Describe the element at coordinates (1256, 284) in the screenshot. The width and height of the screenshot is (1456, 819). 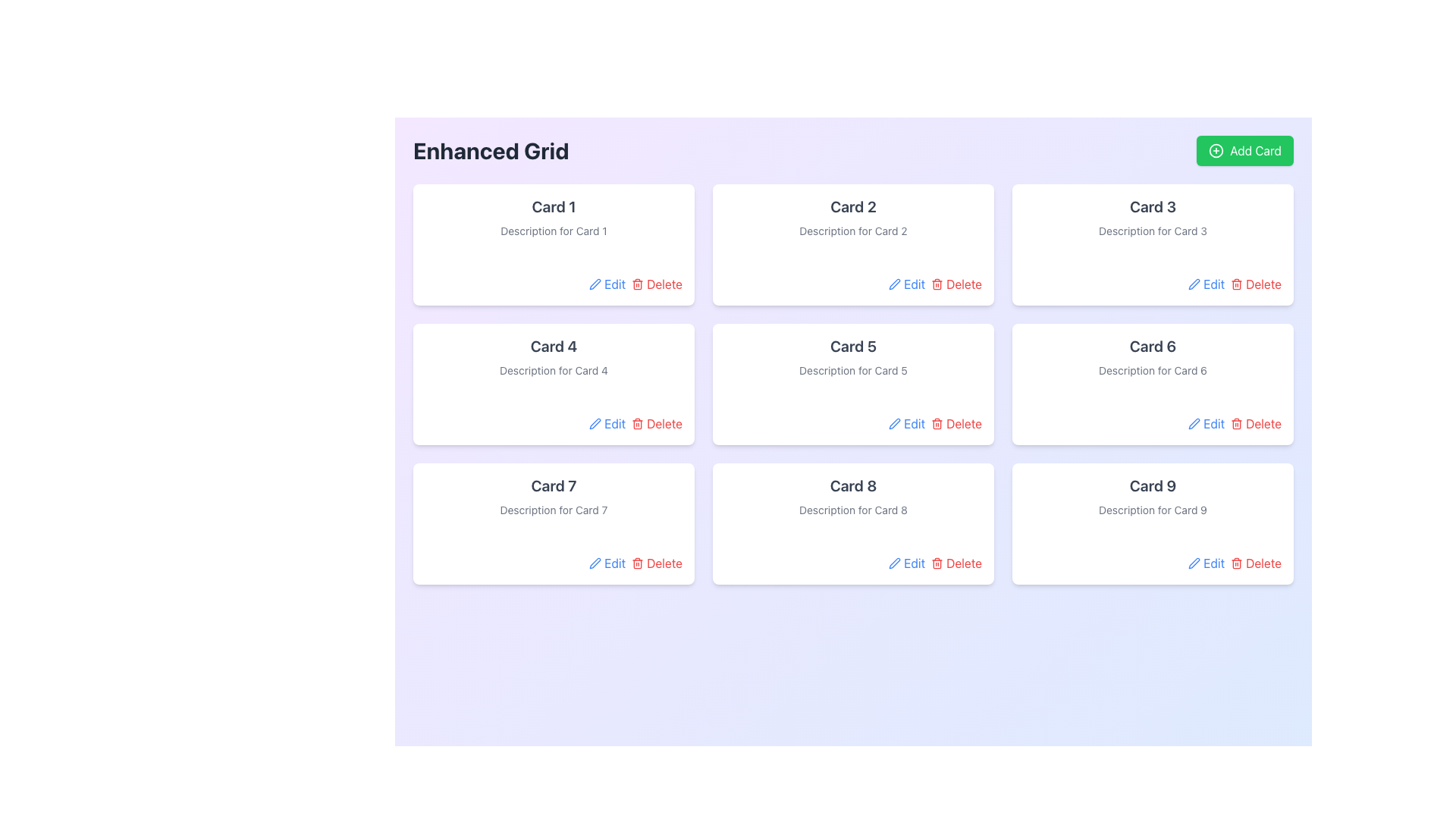
I see `the delete button located in the bottom-right corner of 'Card 3'` at that location.